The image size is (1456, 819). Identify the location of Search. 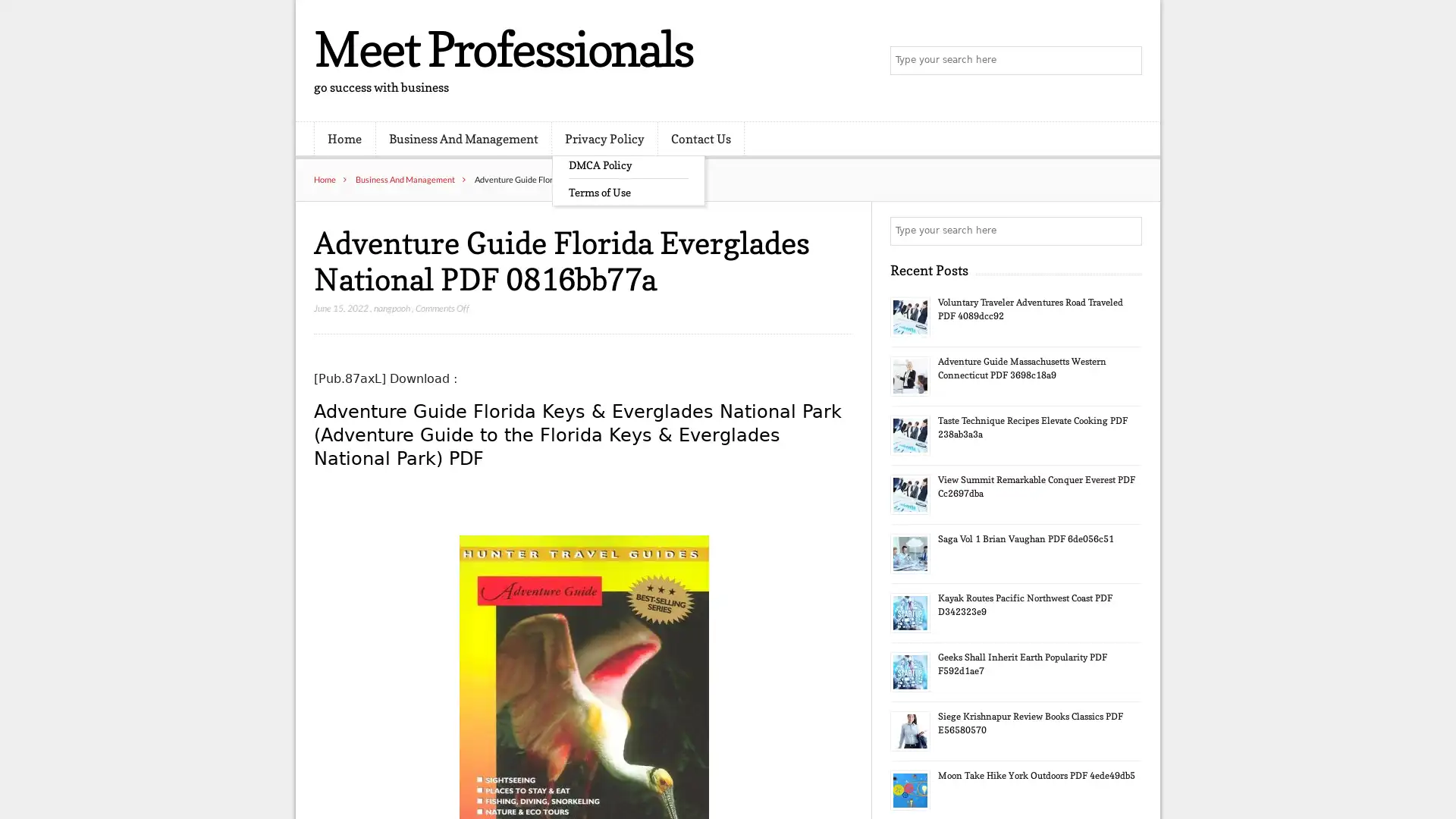
(1126, 231).